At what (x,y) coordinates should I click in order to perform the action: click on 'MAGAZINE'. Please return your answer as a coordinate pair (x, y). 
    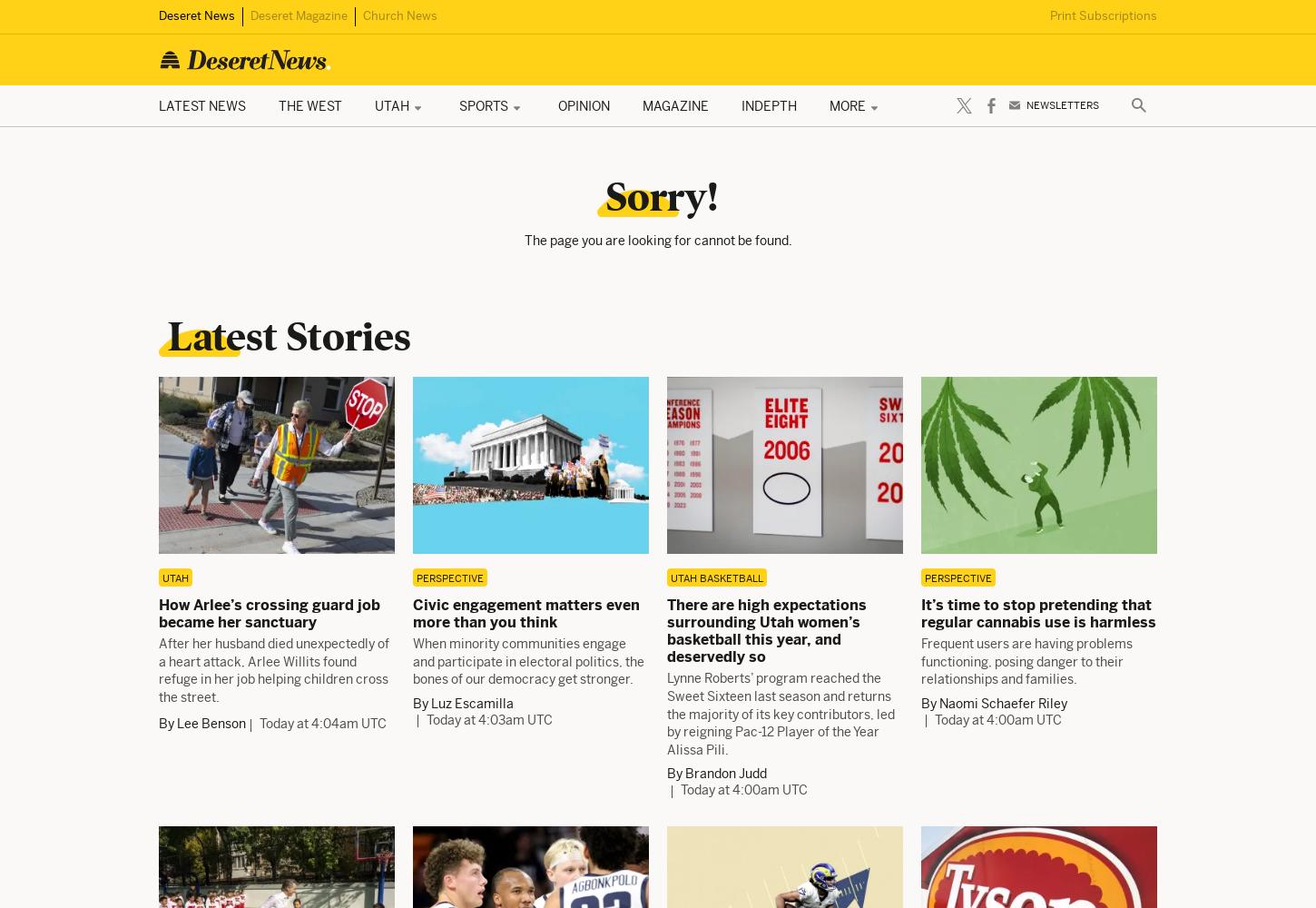
    Looking at the image, I should click on (642, 104).